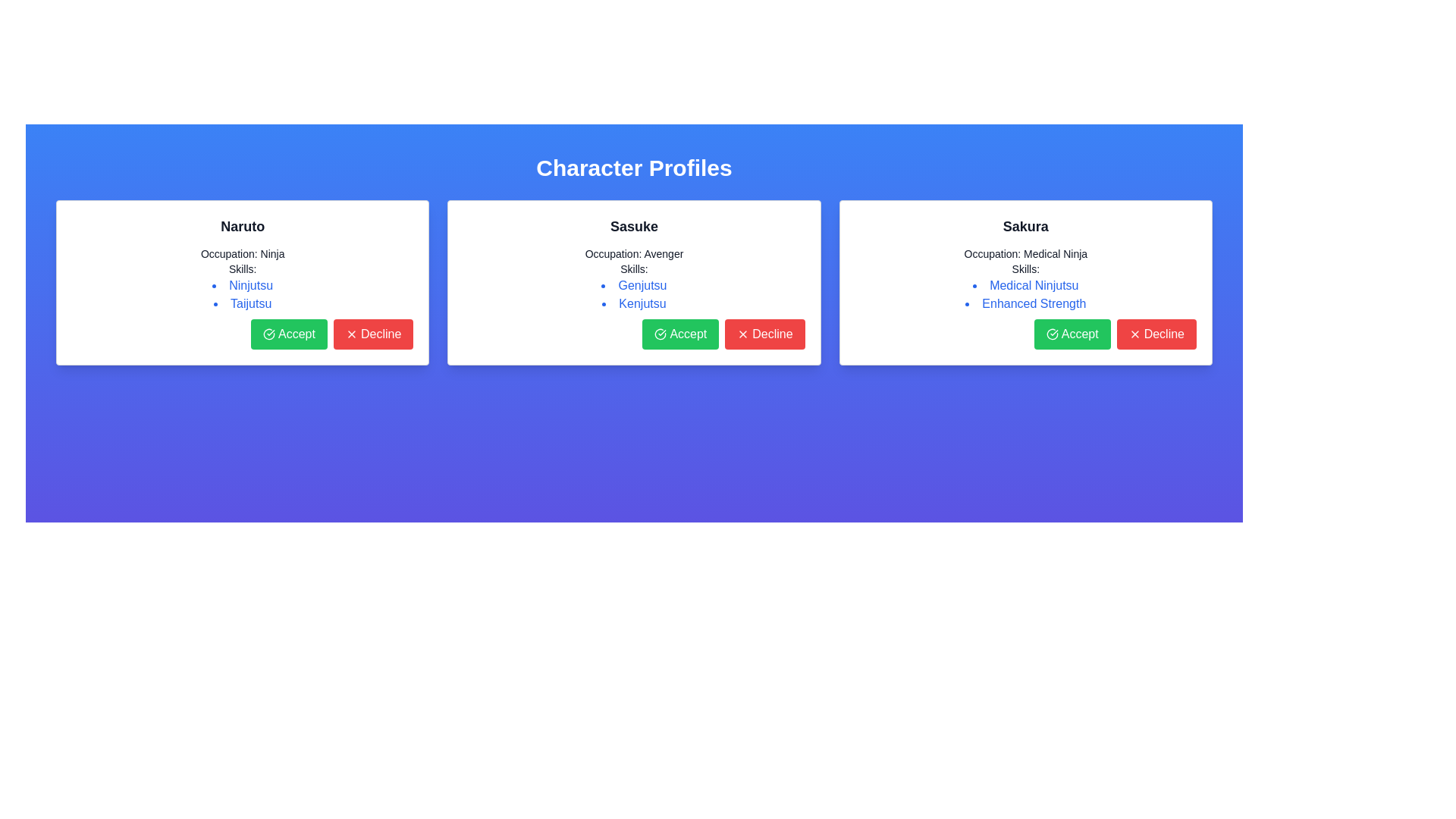 This screenshot has height=819, width=1456. I want to click on the static Text label displaying the occupation of the character 'Sakura', located beneath the title in the third profile card from the left, so click(1025, 253).